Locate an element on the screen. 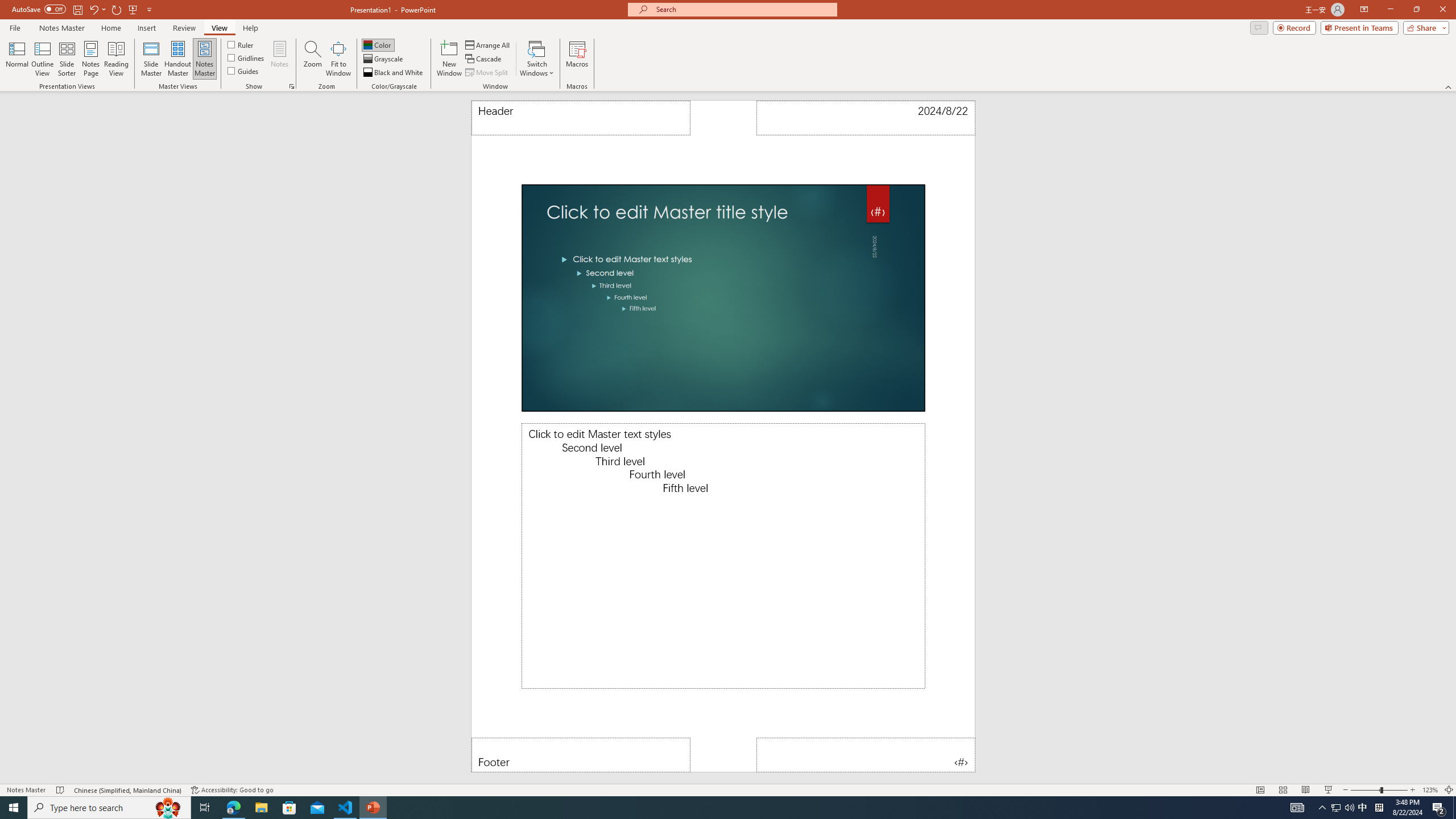 This screenshot has width=1456, height=819. 'New Window' is located at coordinates (448, 59).